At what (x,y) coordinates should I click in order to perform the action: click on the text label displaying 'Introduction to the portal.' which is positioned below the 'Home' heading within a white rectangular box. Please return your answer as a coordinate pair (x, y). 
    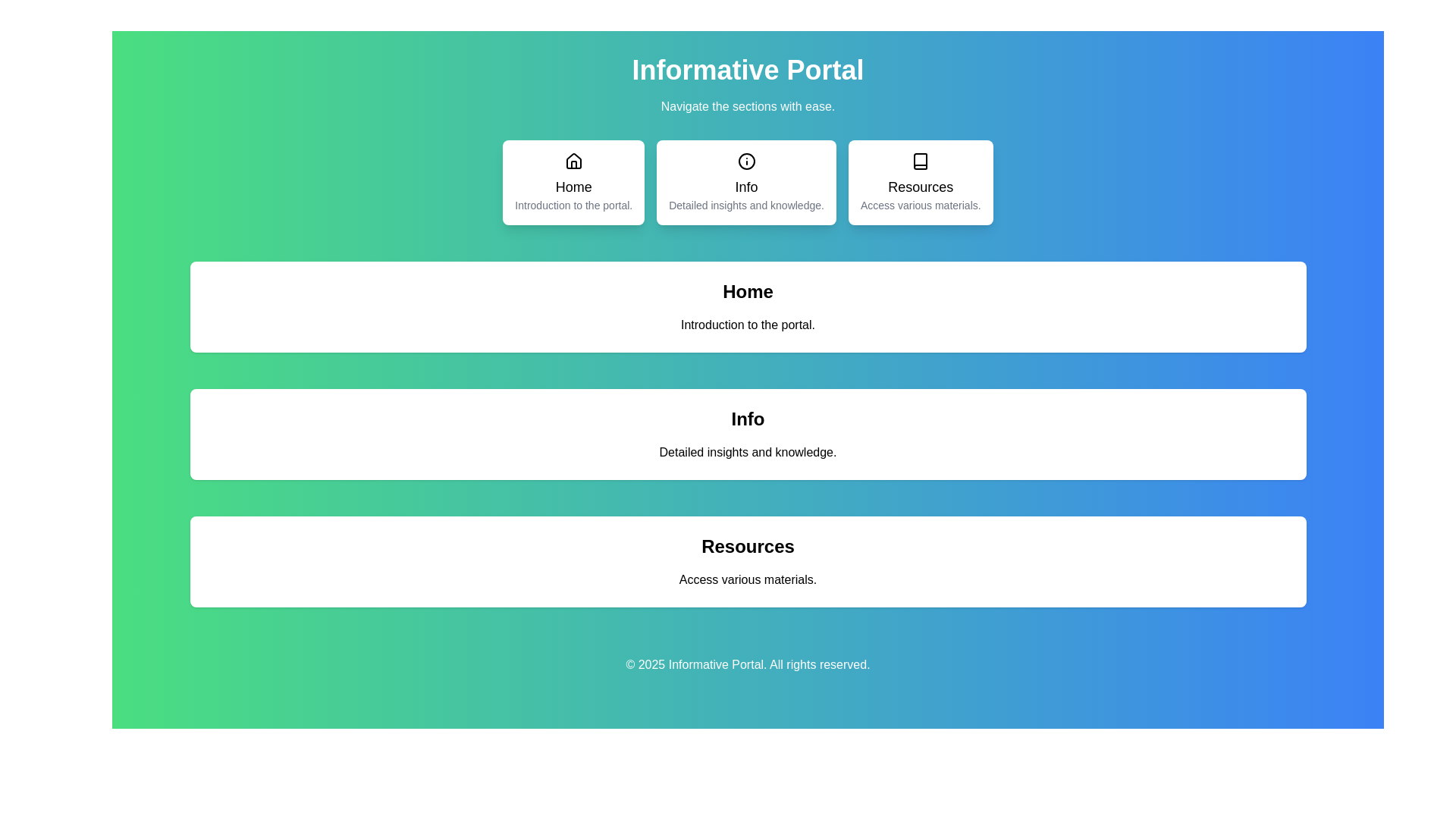
    Looking at the image, I should click on (748, 324).